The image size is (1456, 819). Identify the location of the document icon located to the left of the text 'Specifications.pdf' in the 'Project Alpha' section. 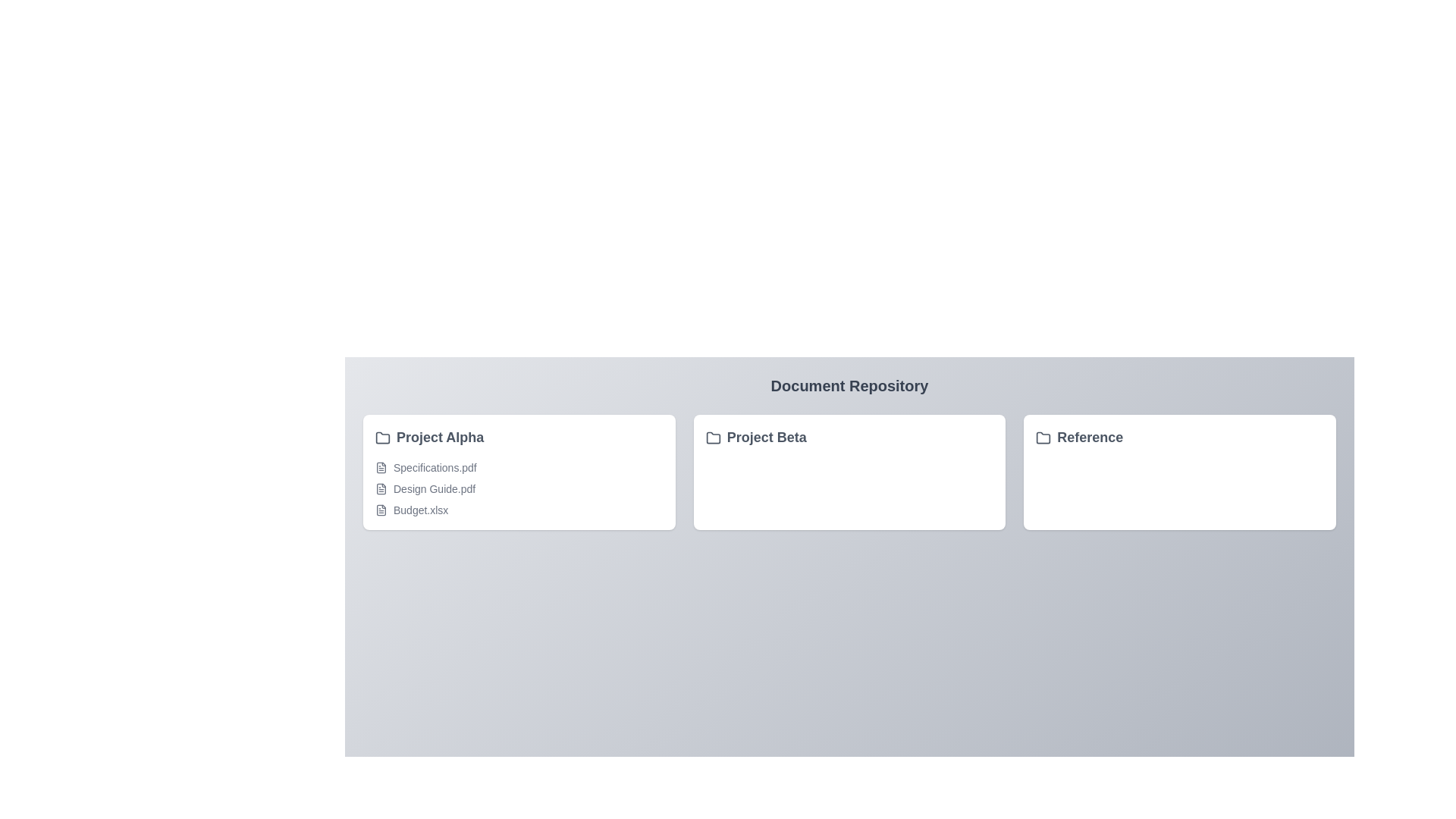
(381, 467).